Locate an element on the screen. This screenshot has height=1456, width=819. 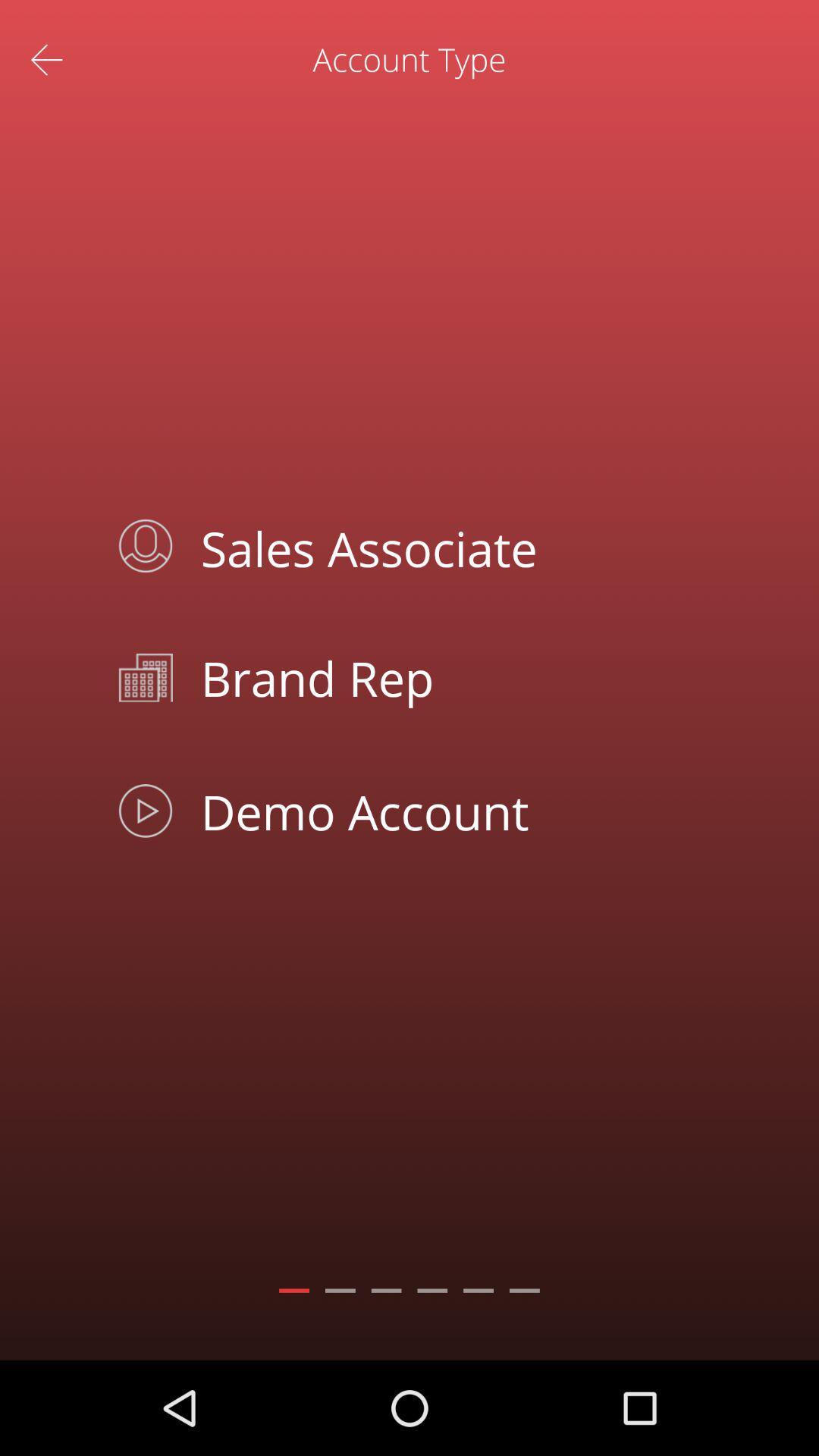
sales associate is located at coordinates (444, 546).